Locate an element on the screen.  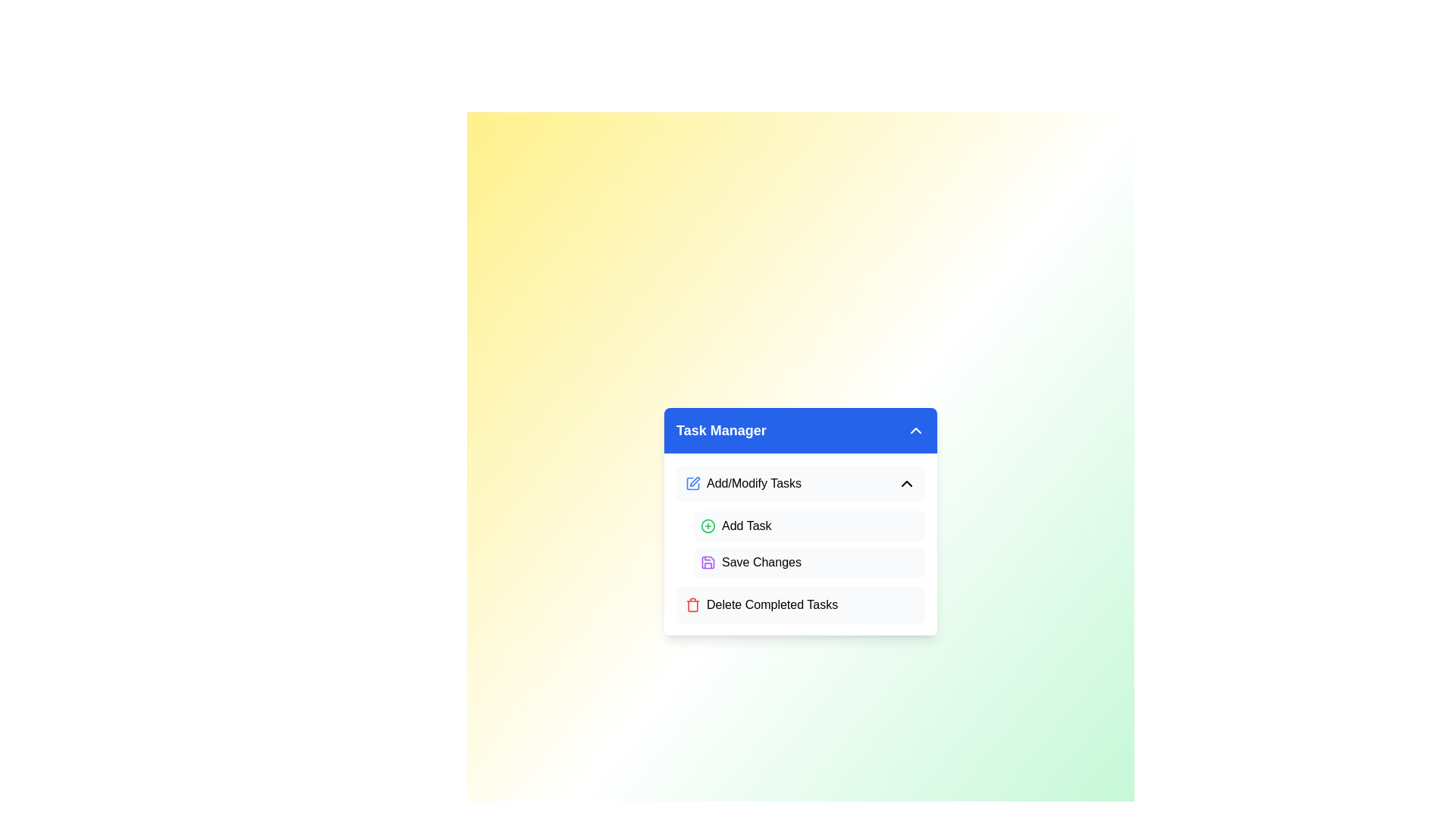
the 'Save Changes' button in the 'Task Manager' interface is located at coordinates (761, 562).